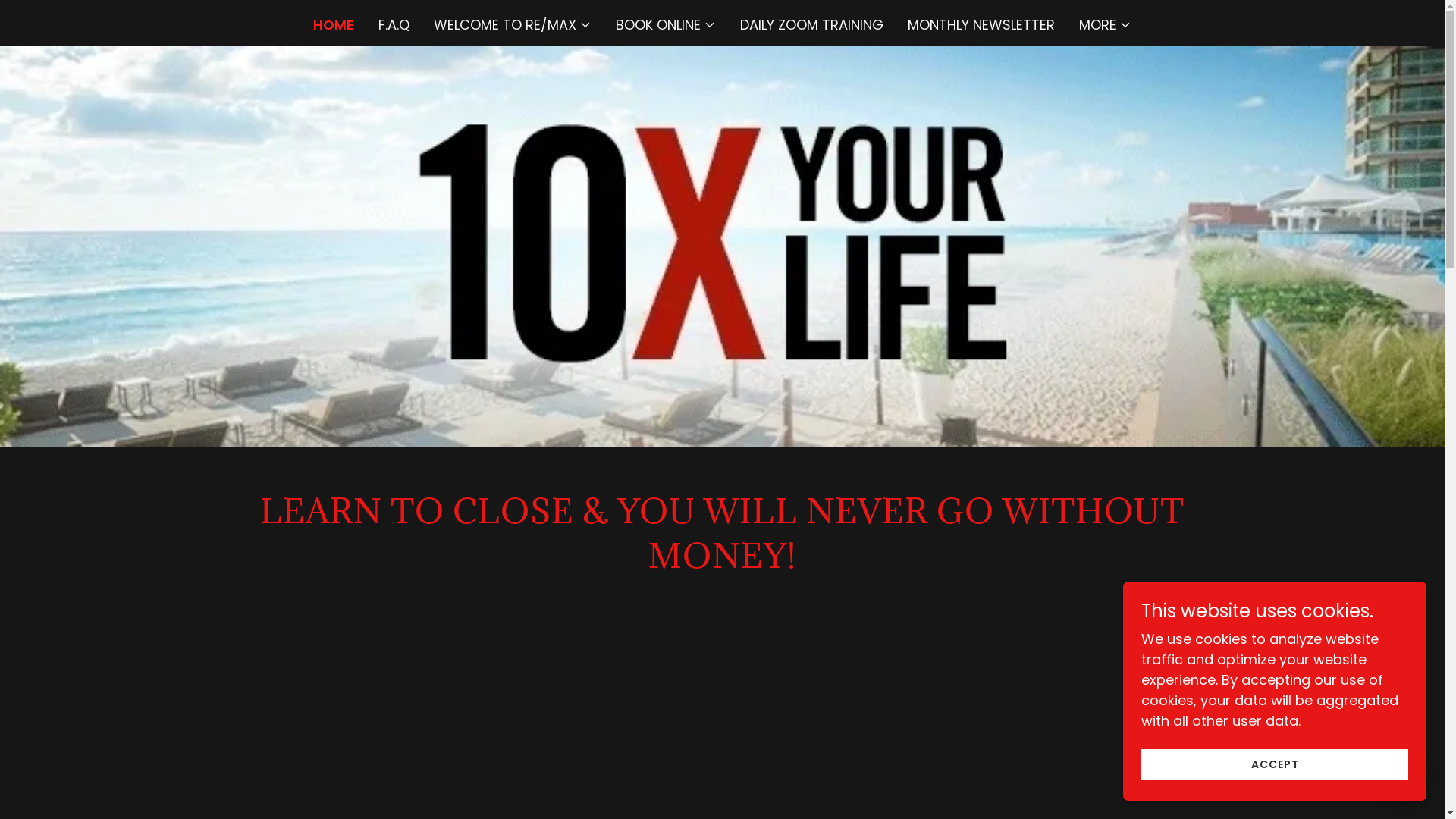 This screenshot has height=819, width=1456. I want to click on 'HOME', so click(333, 26).